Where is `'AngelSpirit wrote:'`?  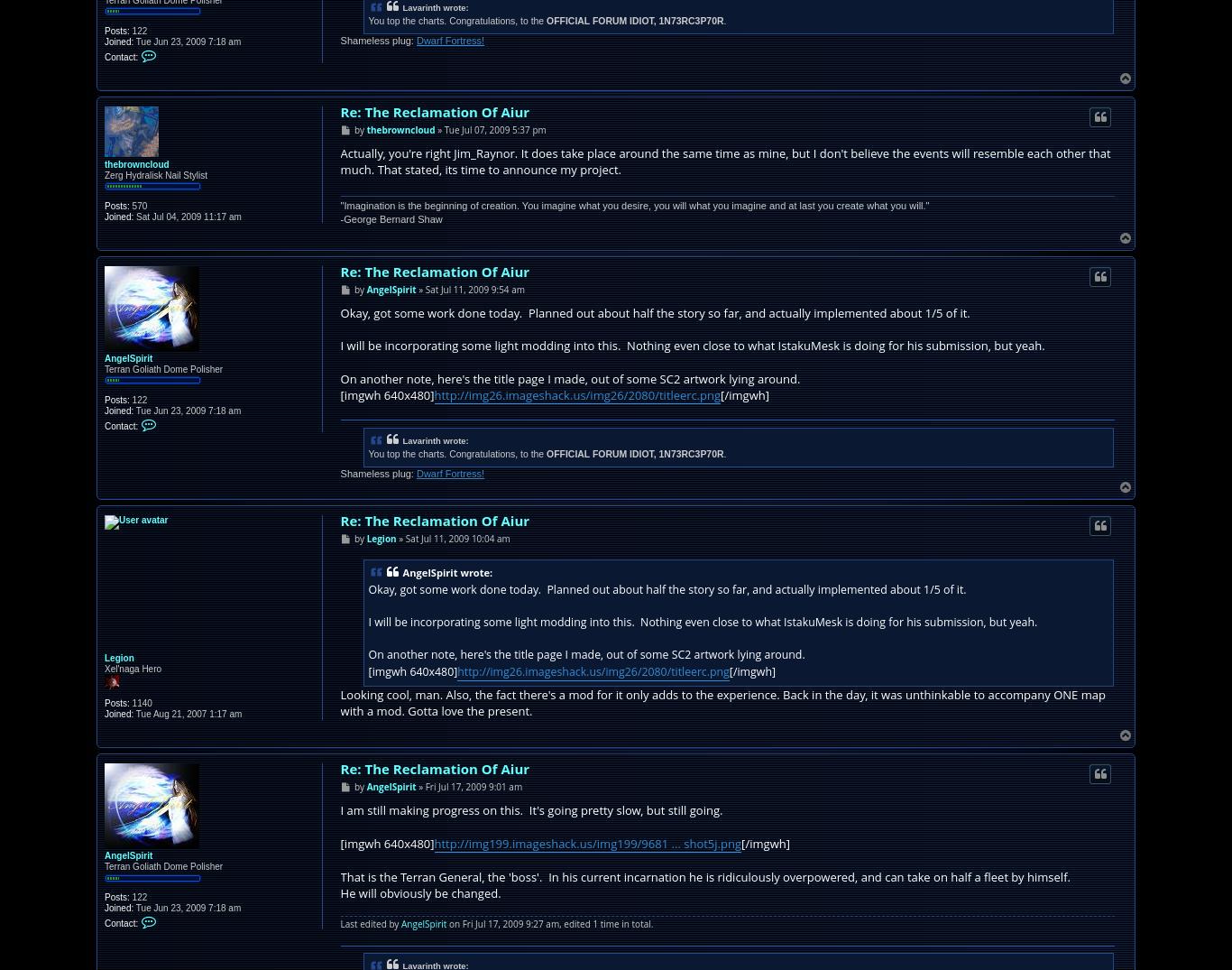 'AngelSpirit wrote:' is located at coordinates (446, 571).